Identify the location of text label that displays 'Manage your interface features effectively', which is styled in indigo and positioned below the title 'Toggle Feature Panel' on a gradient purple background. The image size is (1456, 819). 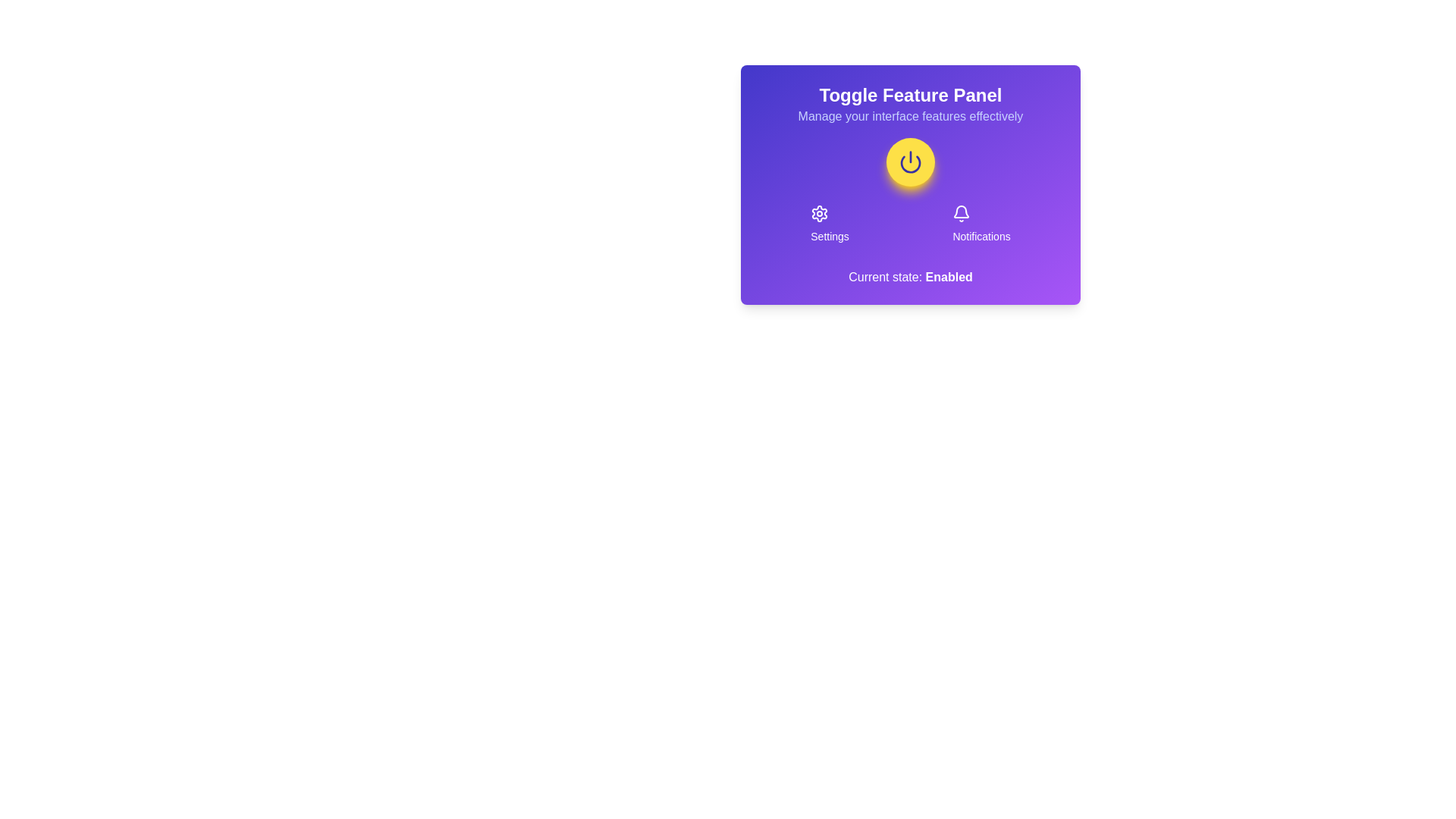
(910, 116).